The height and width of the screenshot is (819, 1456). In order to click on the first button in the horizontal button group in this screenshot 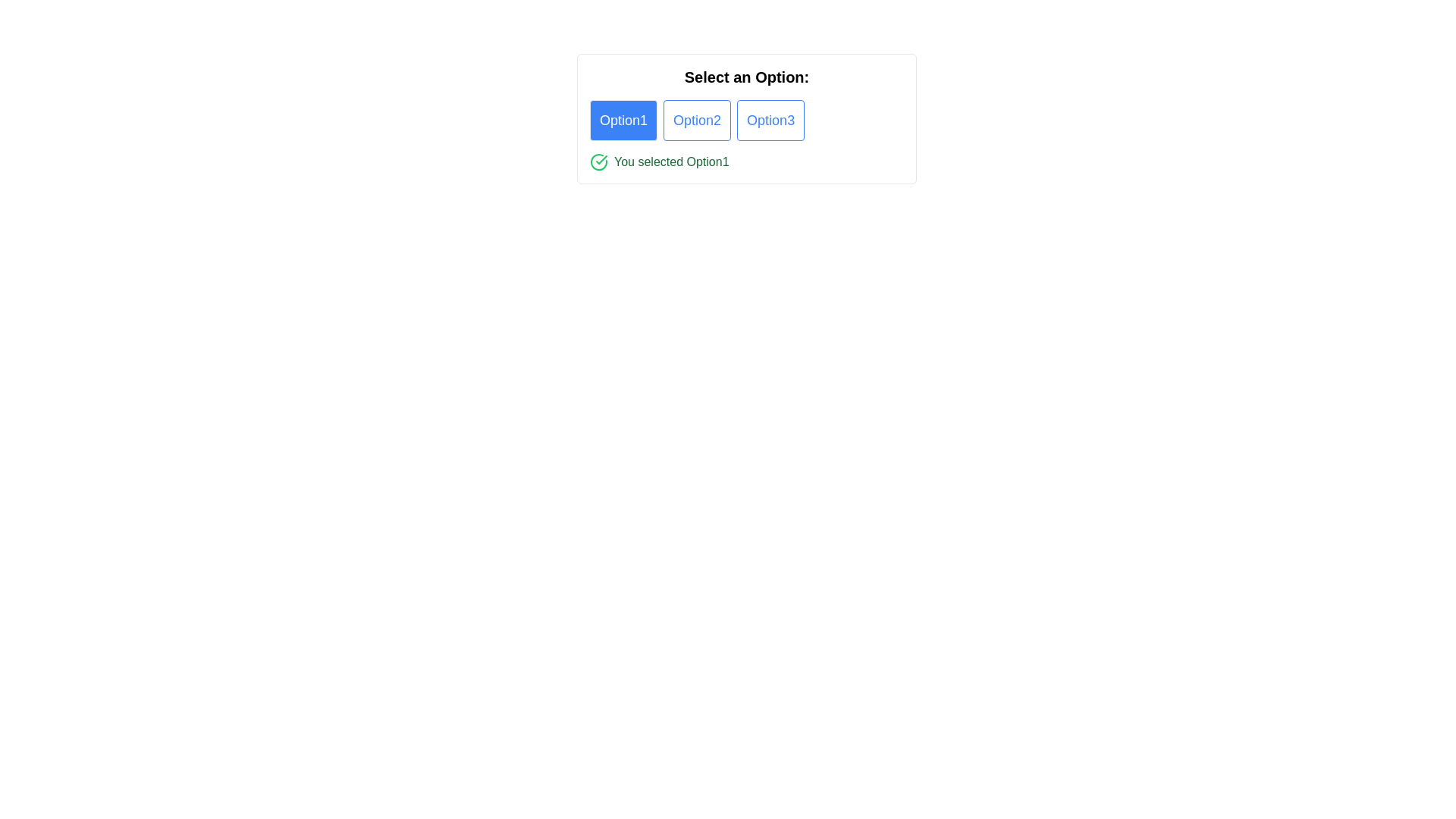, I will do `click(623, 119)`.